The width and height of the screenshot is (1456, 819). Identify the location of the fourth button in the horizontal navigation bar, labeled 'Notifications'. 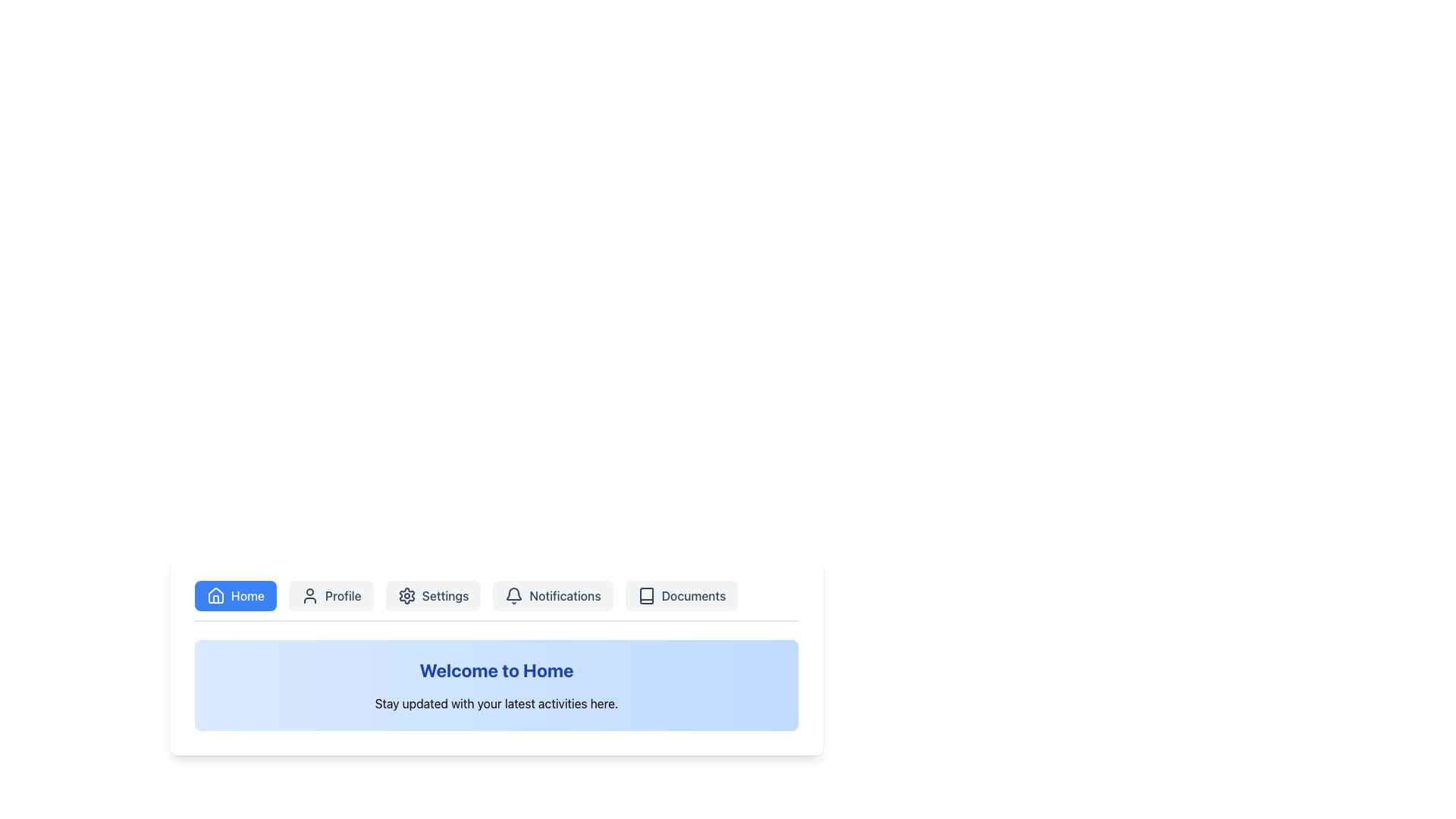
(552, 595).